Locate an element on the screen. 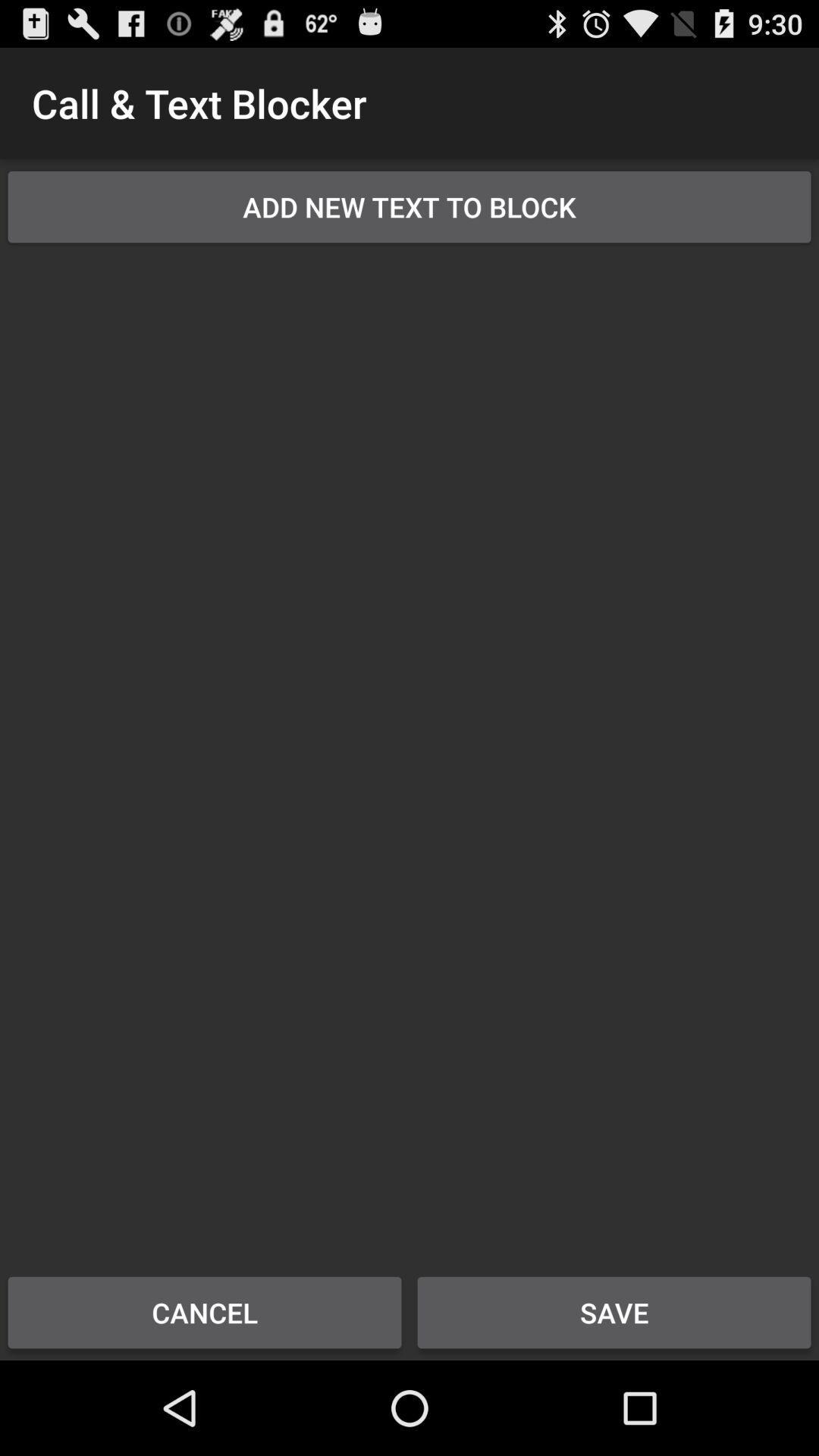 The width and height of the screenshot is (819, 1456). add new text is located at coordinates (409, 206).